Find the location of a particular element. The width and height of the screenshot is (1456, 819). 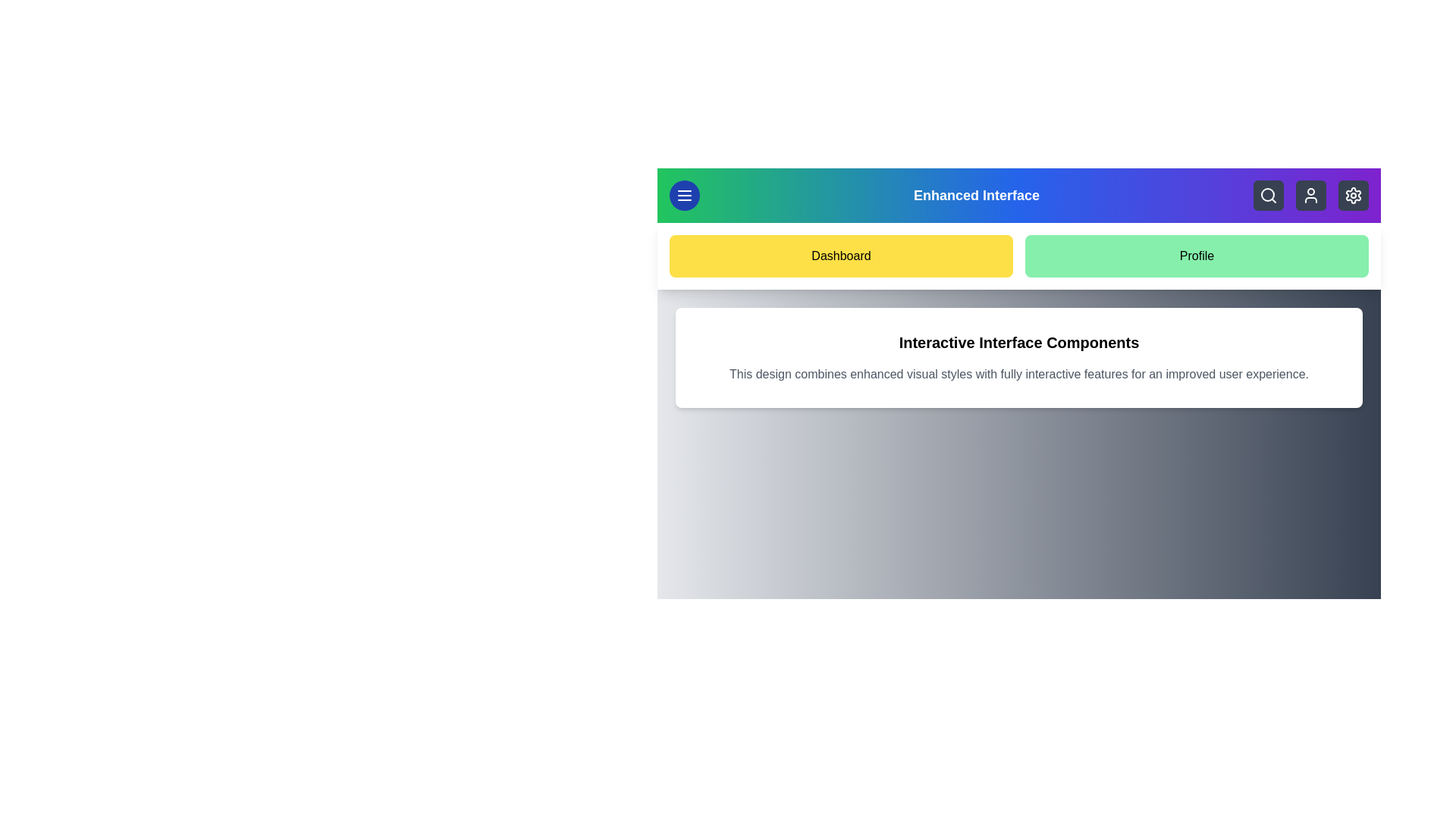

the search button to initiate the search functionality is located at coordinates (1269, 195).